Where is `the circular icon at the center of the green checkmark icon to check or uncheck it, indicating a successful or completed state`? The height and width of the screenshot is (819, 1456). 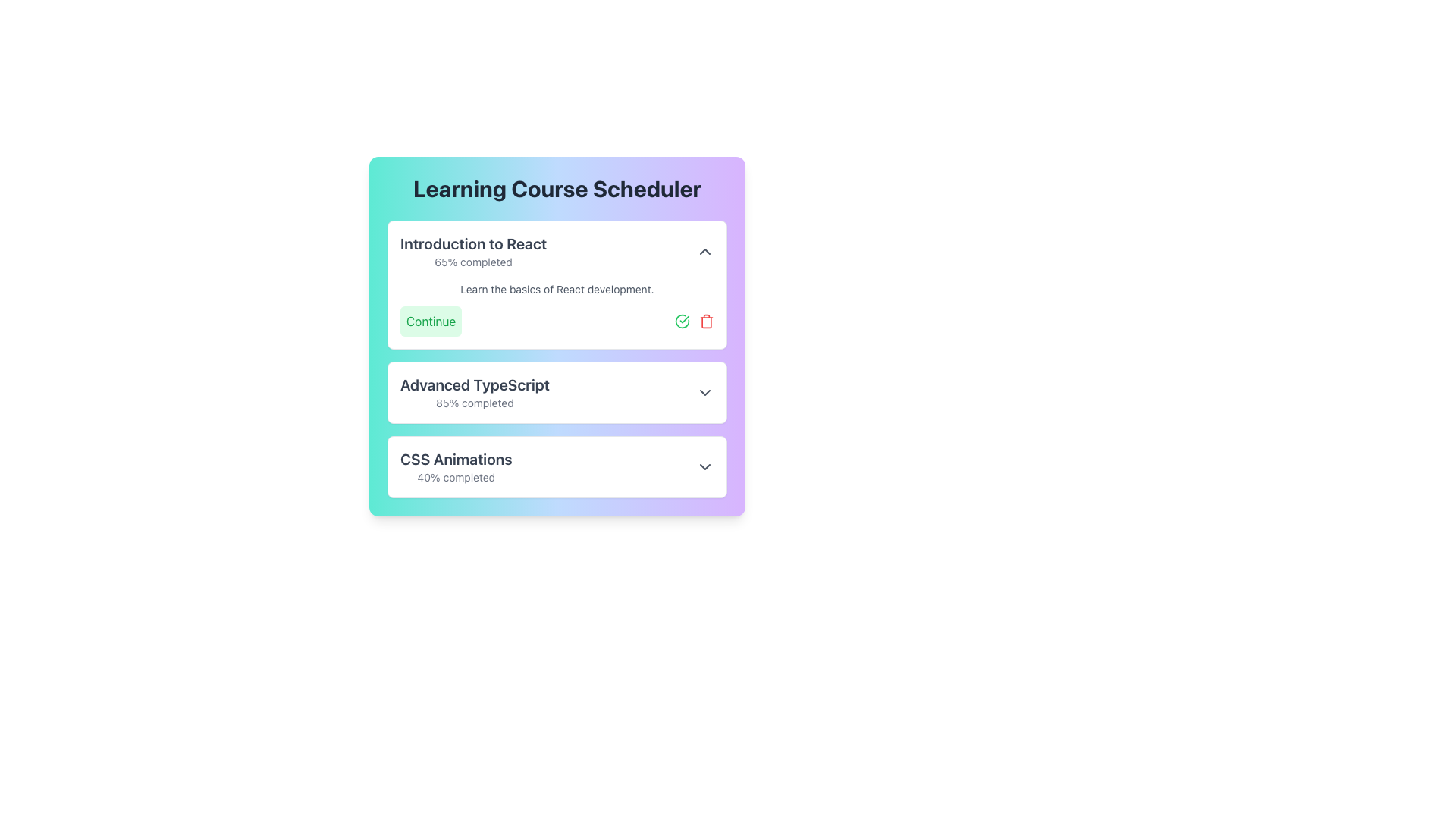 the circular icon at the center of the green checkmark icon to check or uncheck it, indicating a successful or completed state is located at coordinates (682, 321).